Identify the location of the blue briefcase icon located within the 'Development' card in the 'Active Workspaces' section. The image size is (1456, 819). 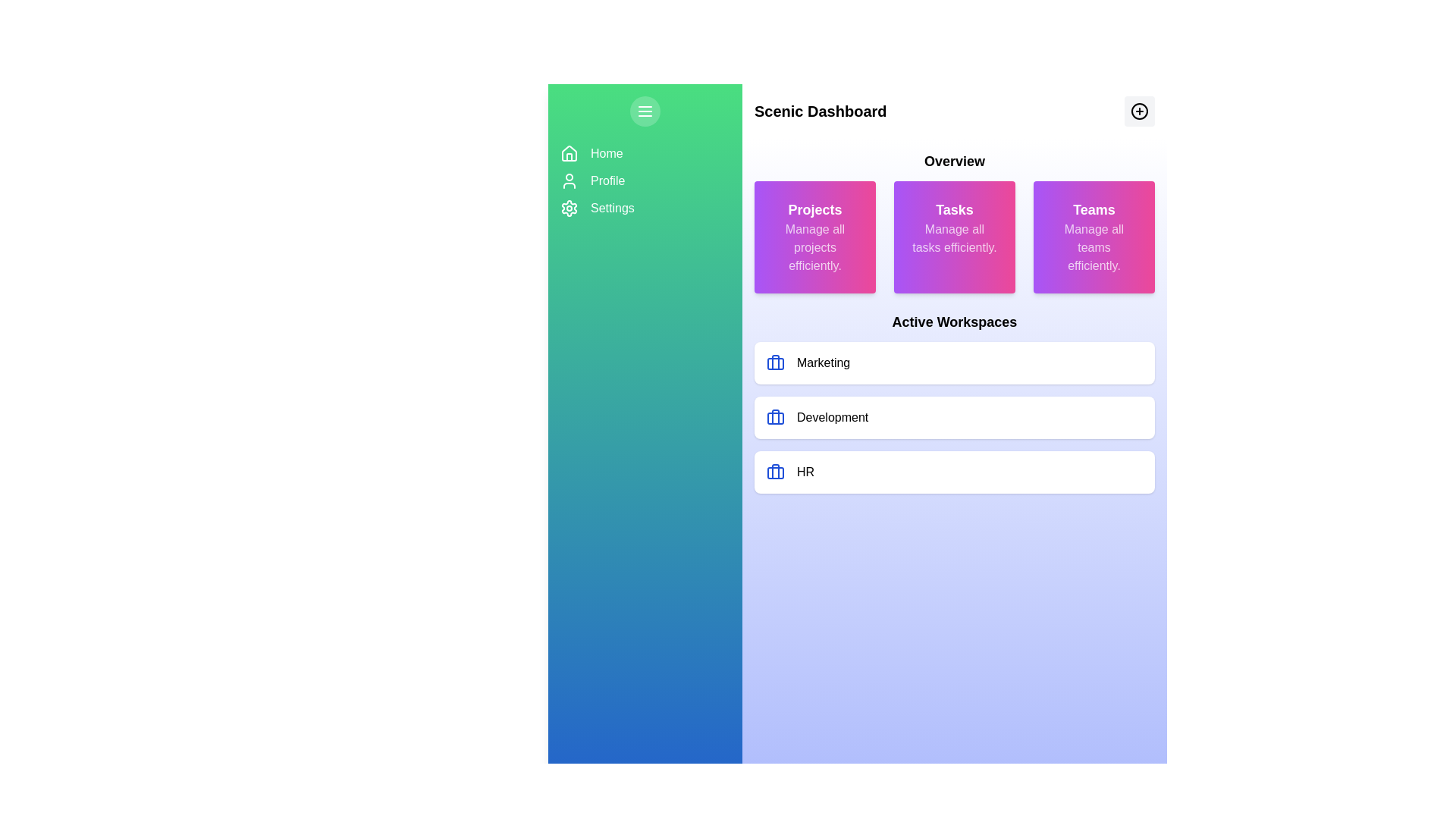
(775, 418).